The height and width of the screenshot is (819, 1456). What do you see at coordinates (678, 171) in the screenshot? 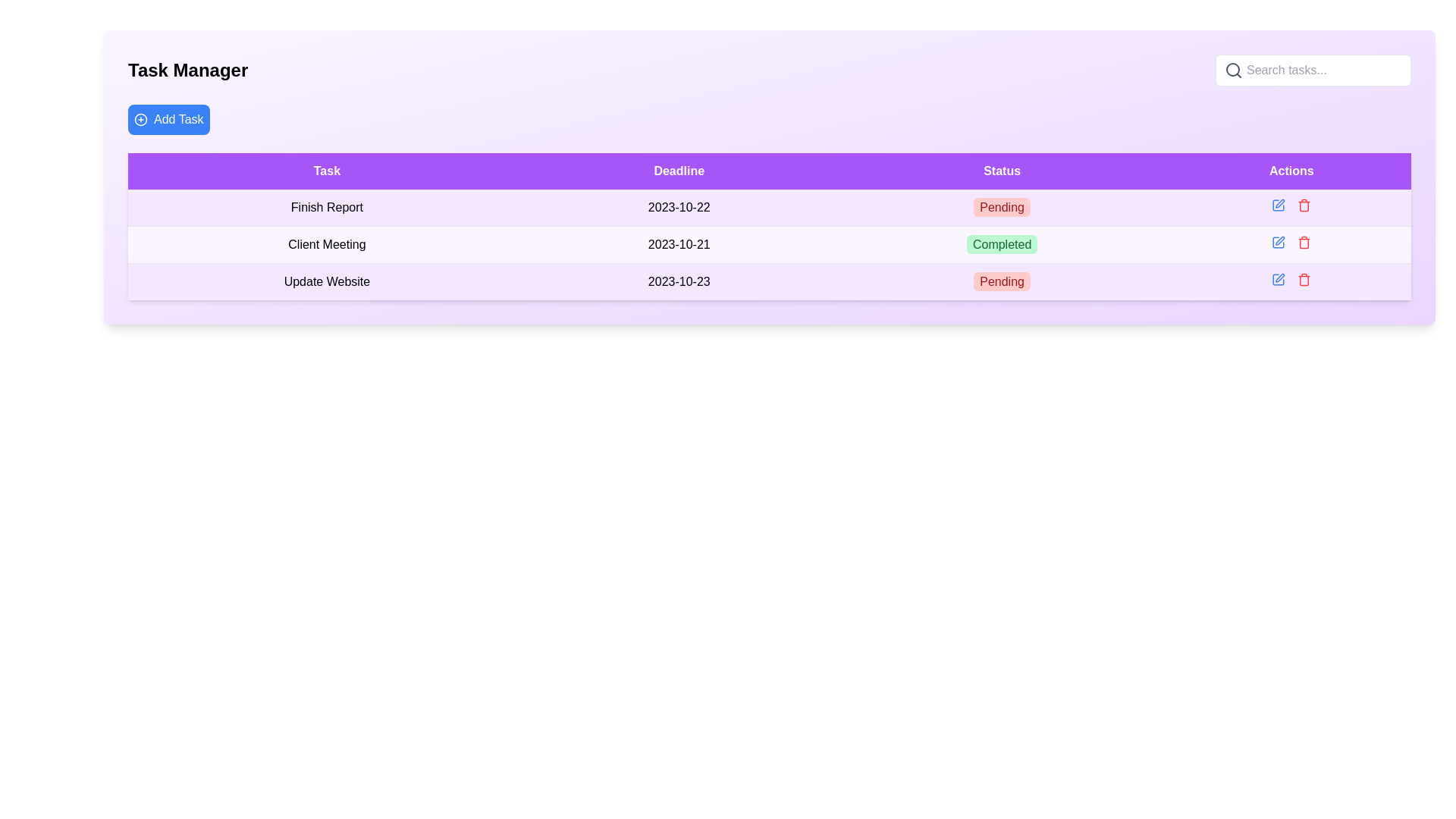
I see `label of the Table header cell with a purple background and white text that reads 'Deadline', which is the second cell in the header row of the table` at bounding box center [678, 171].